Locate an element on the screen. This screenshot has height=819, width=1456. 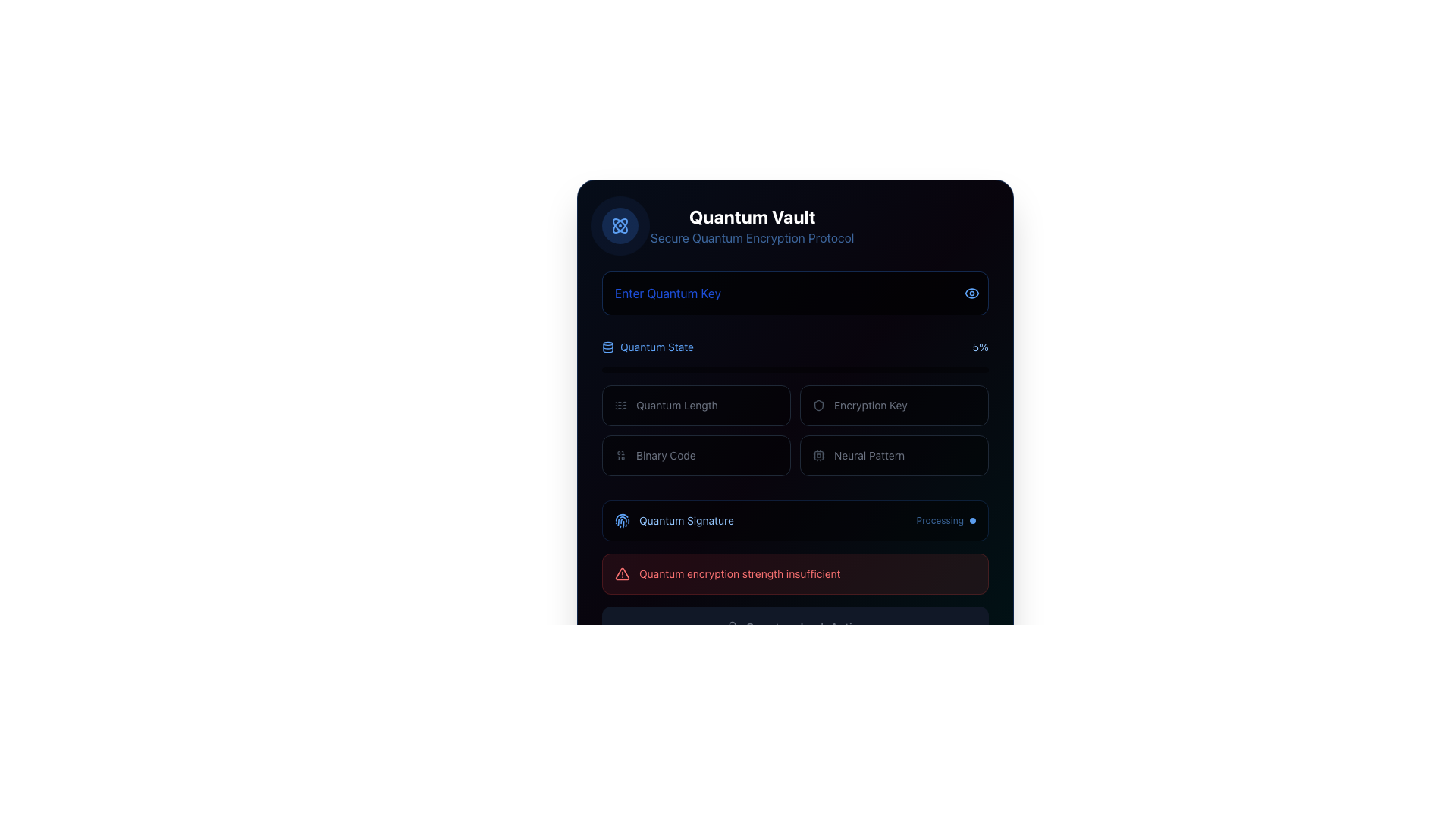
the 'Quantum Signature' label, which is located to the right of a fingerprint icon in the lower-middle section of the interface is located at coordinates (686, 519).